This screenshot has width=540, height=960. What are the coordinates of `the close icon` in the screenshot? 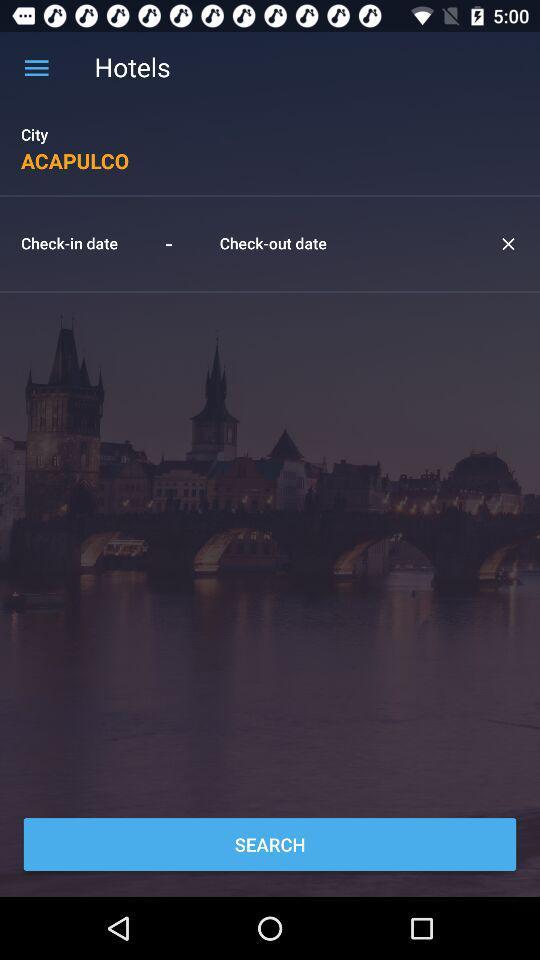 It's located at (508, 260).